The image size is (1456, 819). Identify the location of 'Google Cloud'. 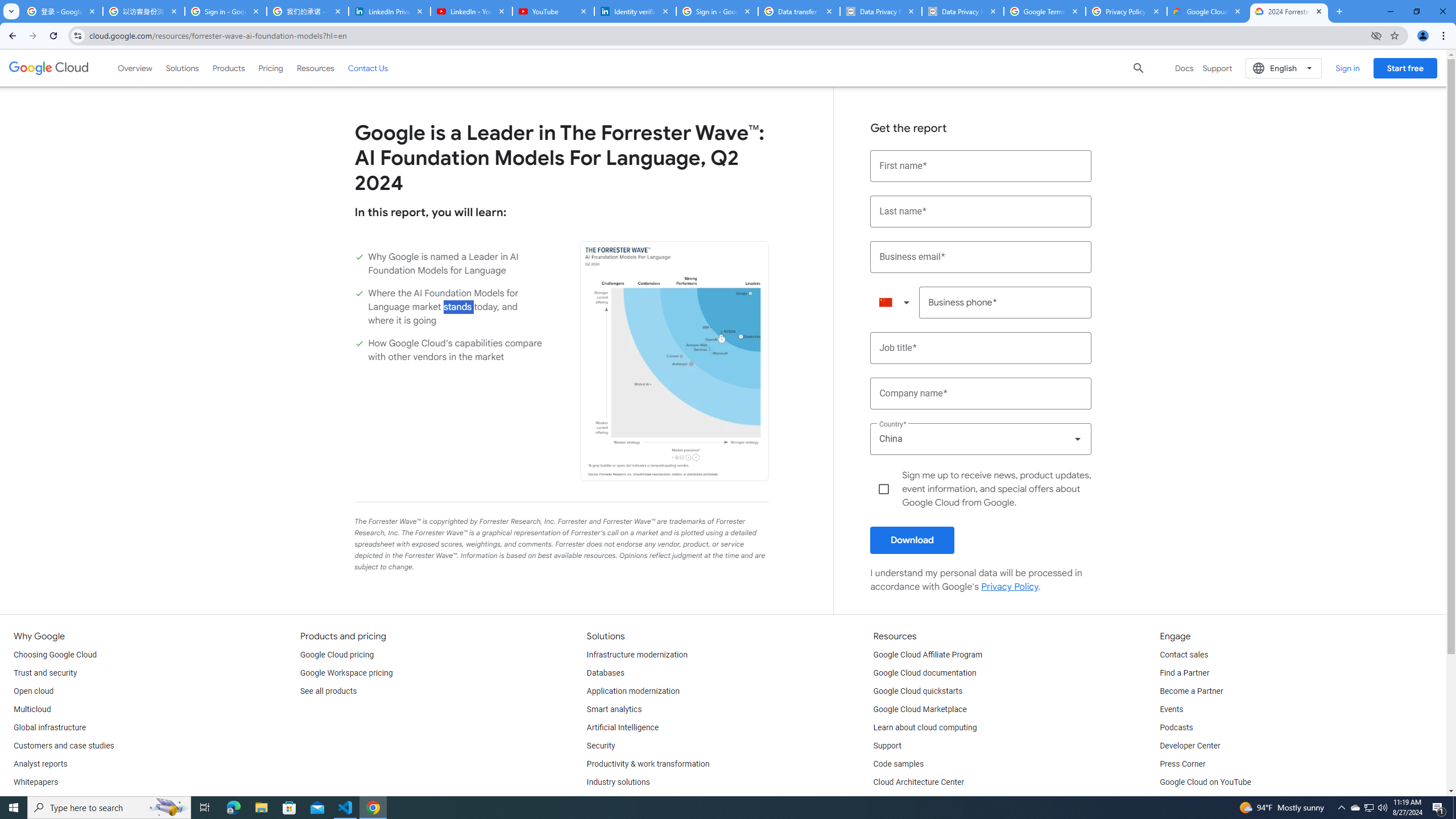
(48, 67).